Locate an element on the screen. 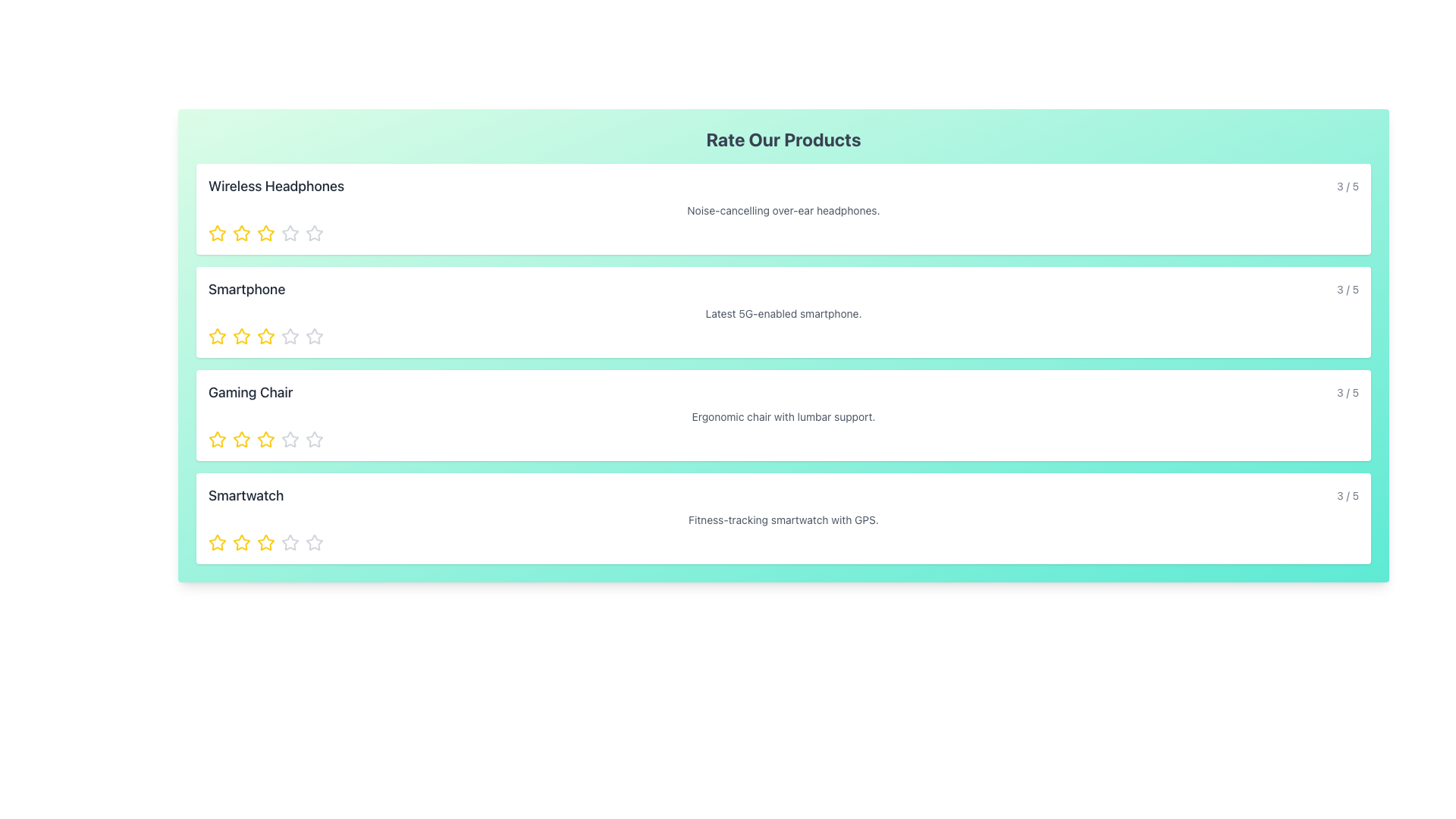 The width and height of the screenshot is (1456, 819). the fifth star icon in the star rating for the 'Wireless Headphones' is located at coordinates (313, 234).